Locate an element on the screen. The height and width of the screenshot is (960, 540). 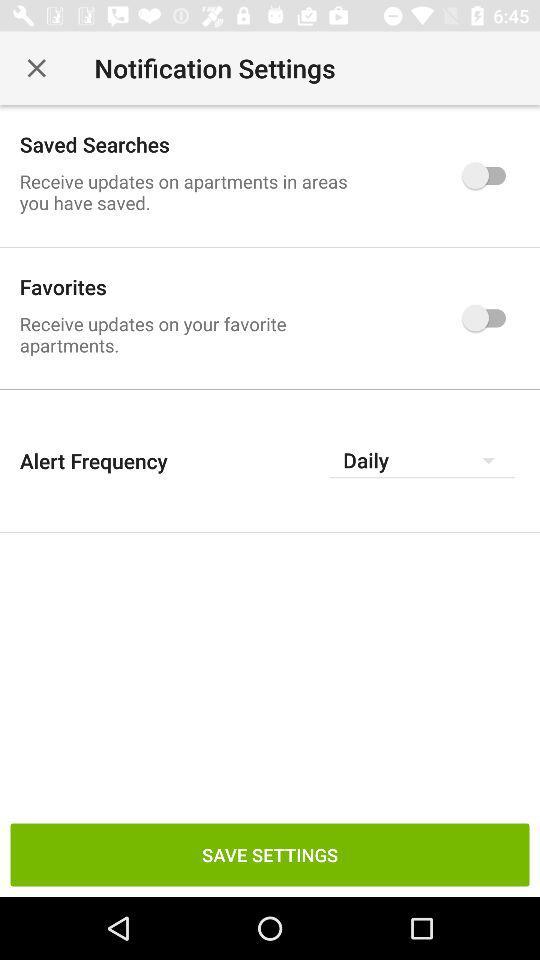
icon above the saved searches item is located at coordinates (36, 68).